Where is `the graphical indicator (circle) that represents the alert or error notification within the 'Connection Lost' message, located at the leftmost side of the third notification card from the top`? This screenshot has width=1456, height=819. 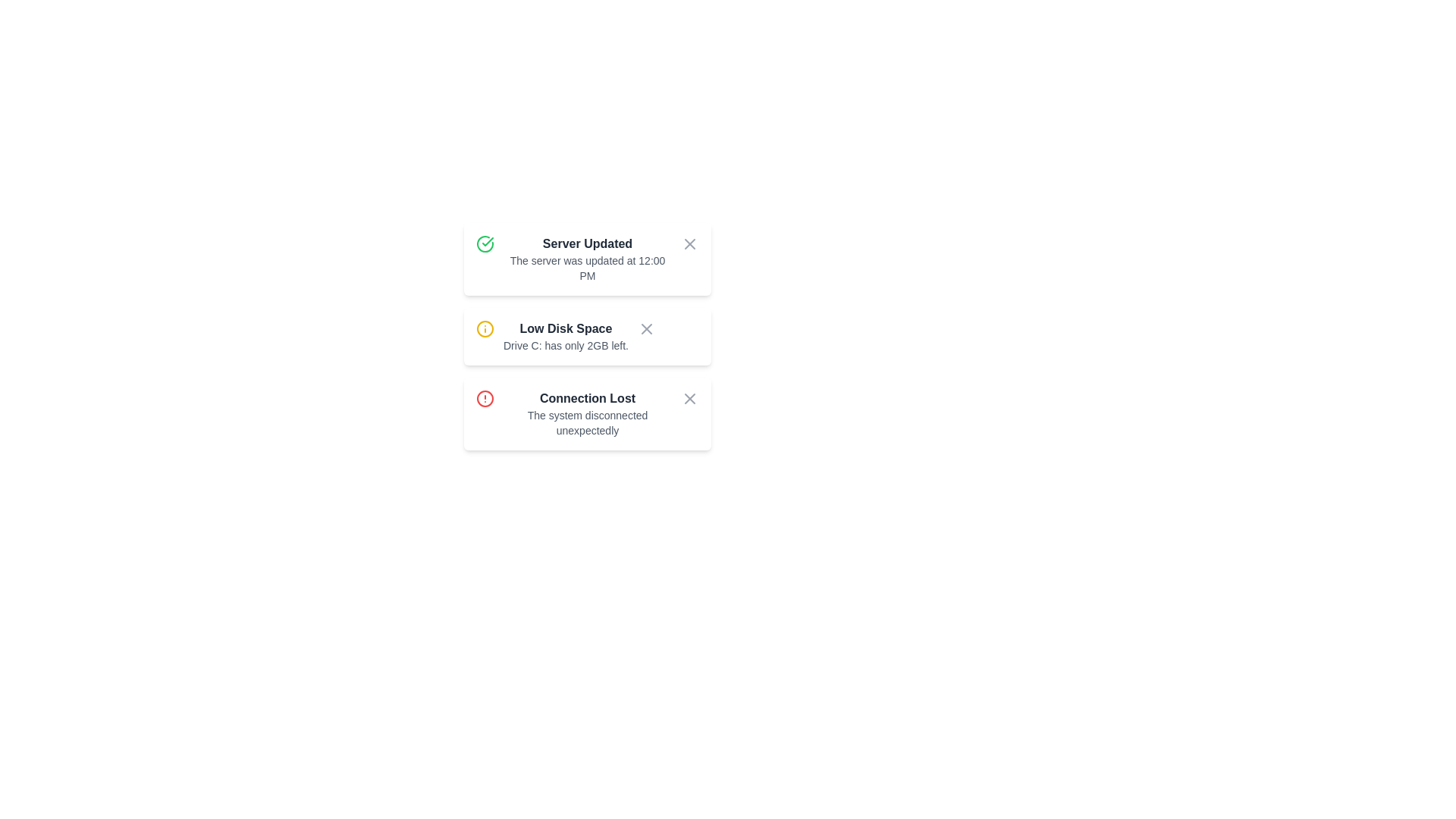 the graphical indicator (circle) that represents the alert or error notification within the 'Connection Lost' message, located at the leftmost side of the third notification card from the top is located at coordinates (484, 397).